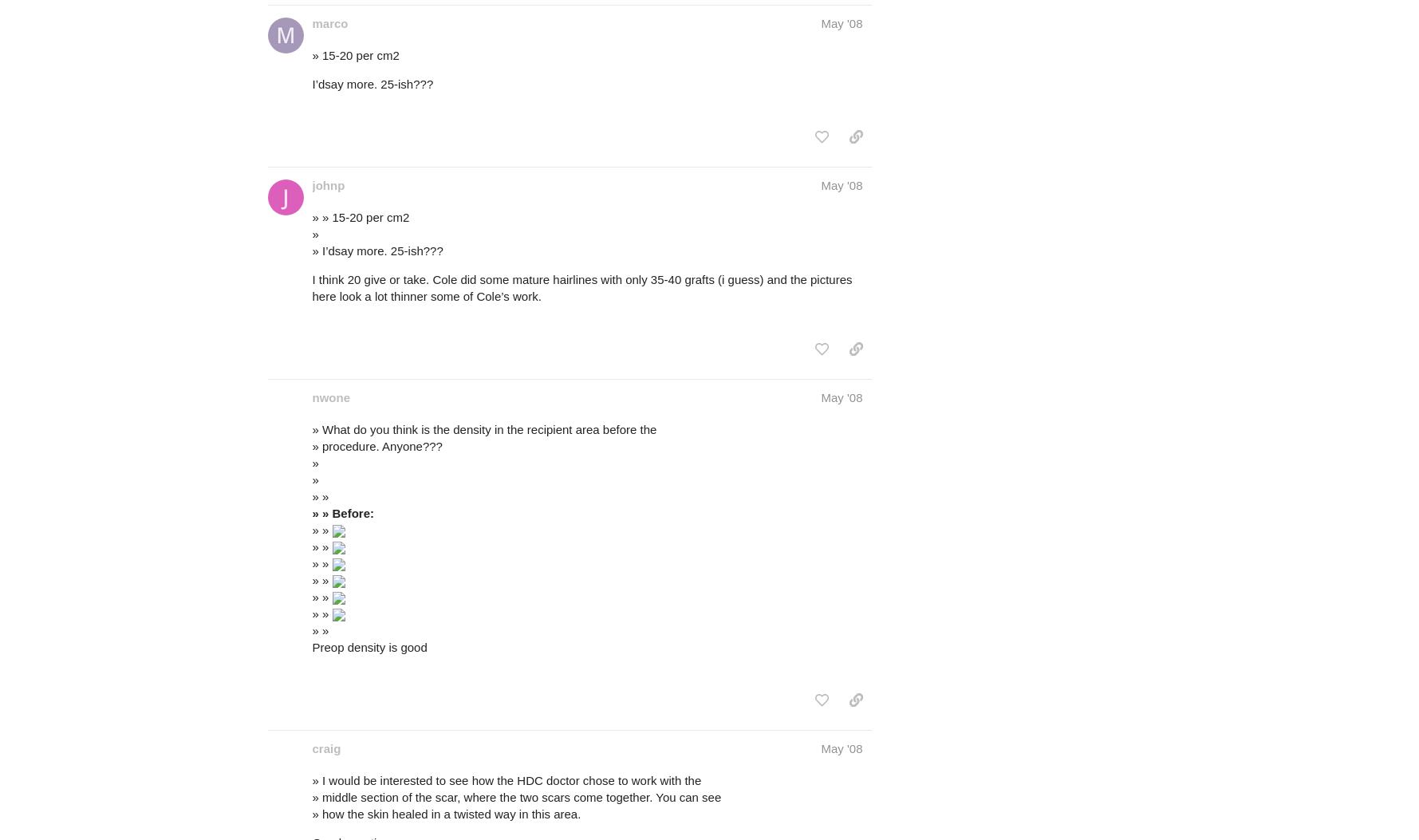  Describe the element at coordinates (355, 53) in the screenshot. I see `'» 15-20 per cm2'` at that location.